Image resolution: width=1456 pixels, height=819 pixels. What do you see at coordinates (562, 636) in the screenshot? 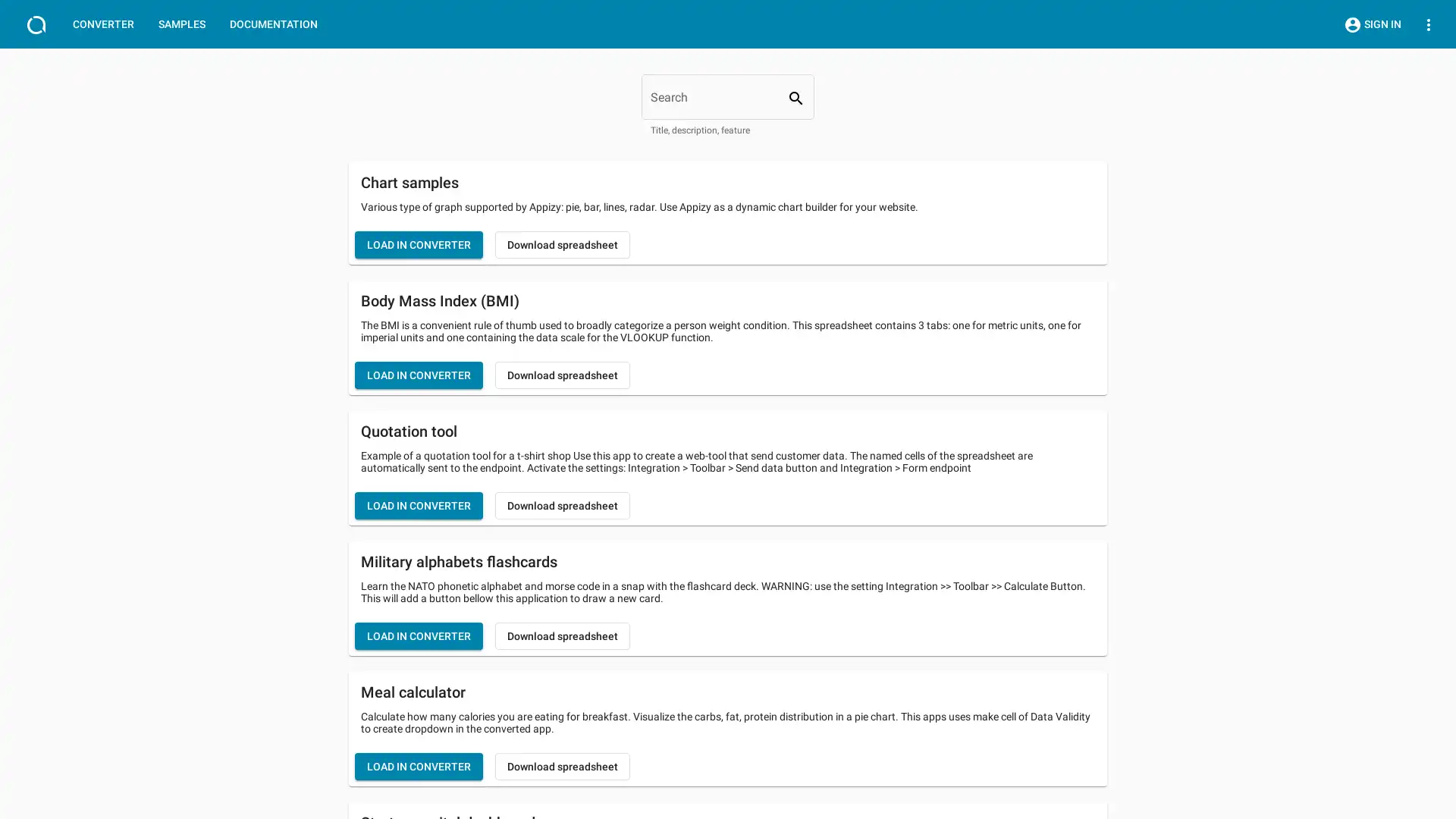
I see `Download spreadsheet` at bounding box center [562, 636].